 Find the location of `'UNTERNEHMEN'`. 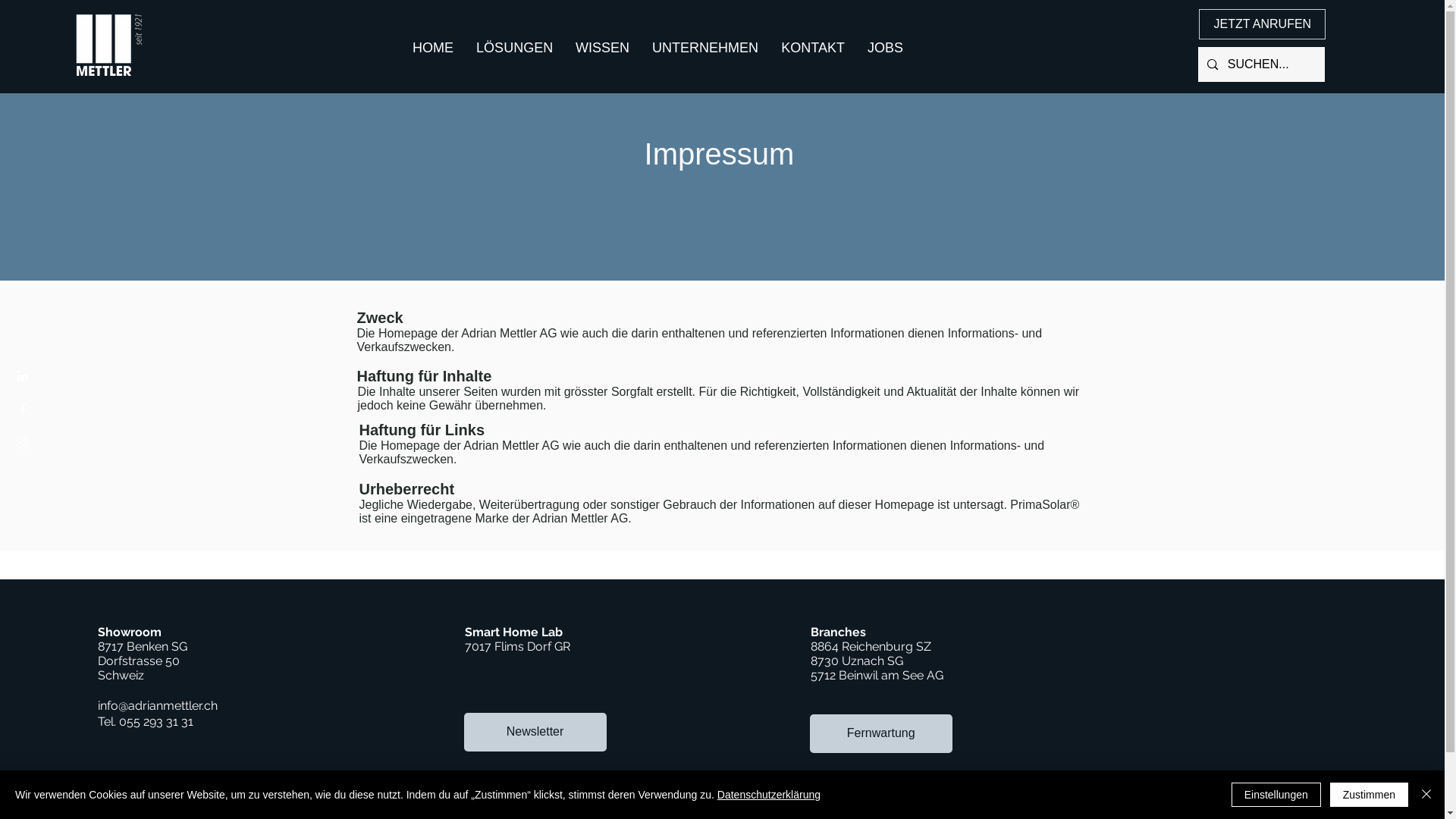

'UNTERNEHMEN' is located at coordinates (704, 46).